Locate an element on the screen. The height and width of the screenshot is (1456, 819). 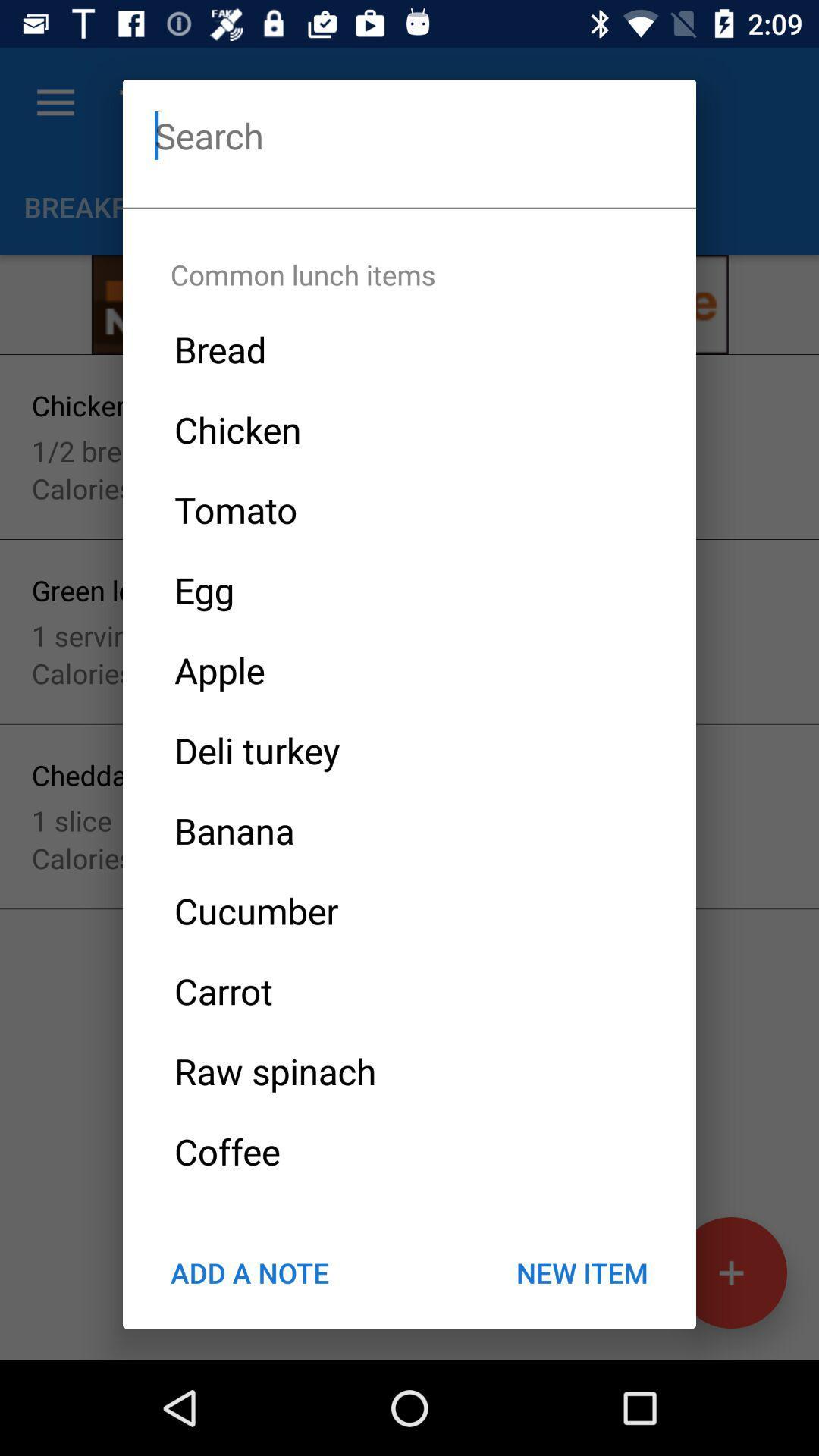
the icon below coffee item is located at coordinates (581, 1272).